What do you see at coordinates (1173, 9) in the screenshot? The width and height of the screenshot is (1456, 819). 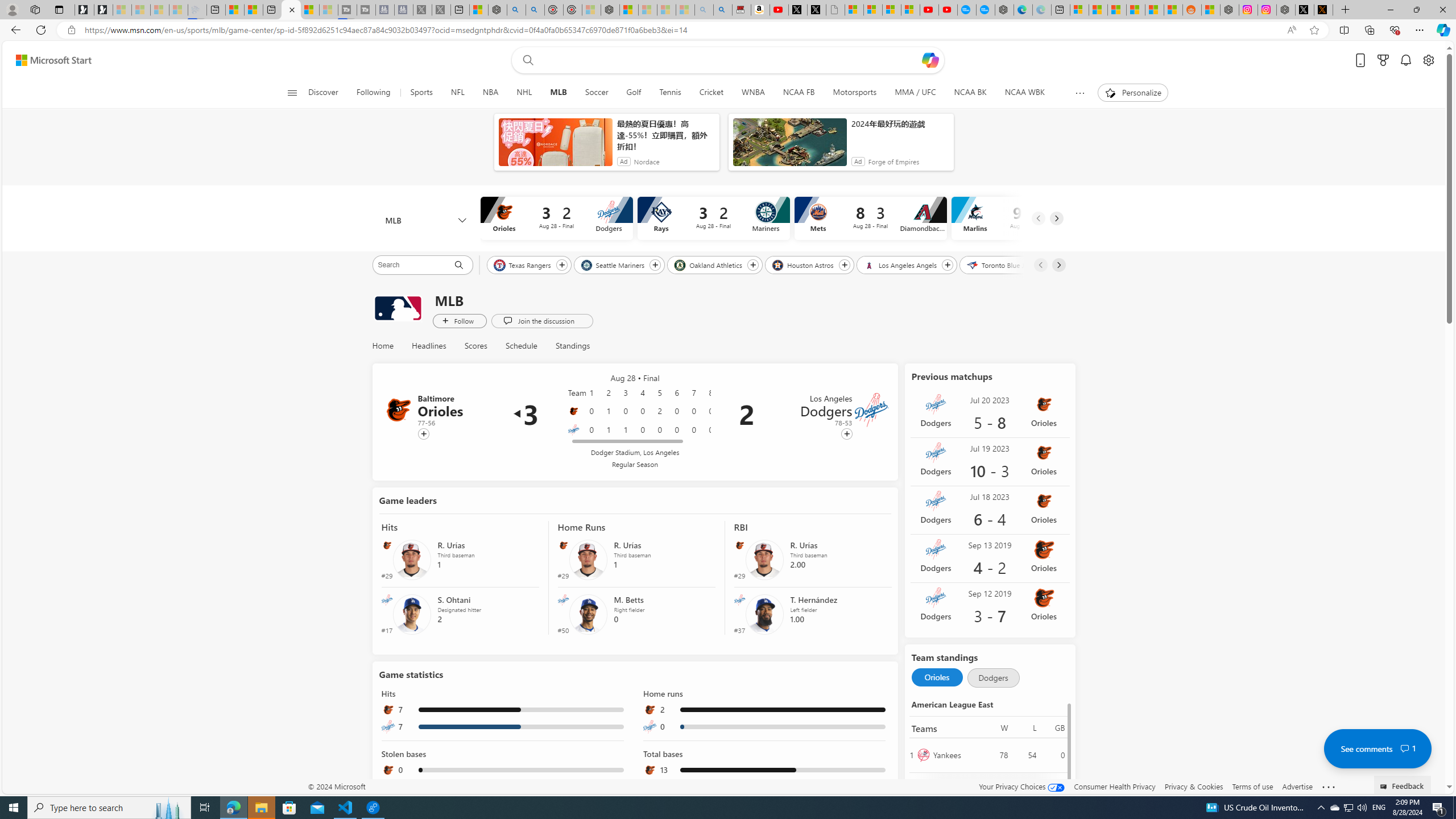 I see `'Shanghai, China Weather trends | Microsoft Weather'` at bounding box center [1173, 9].